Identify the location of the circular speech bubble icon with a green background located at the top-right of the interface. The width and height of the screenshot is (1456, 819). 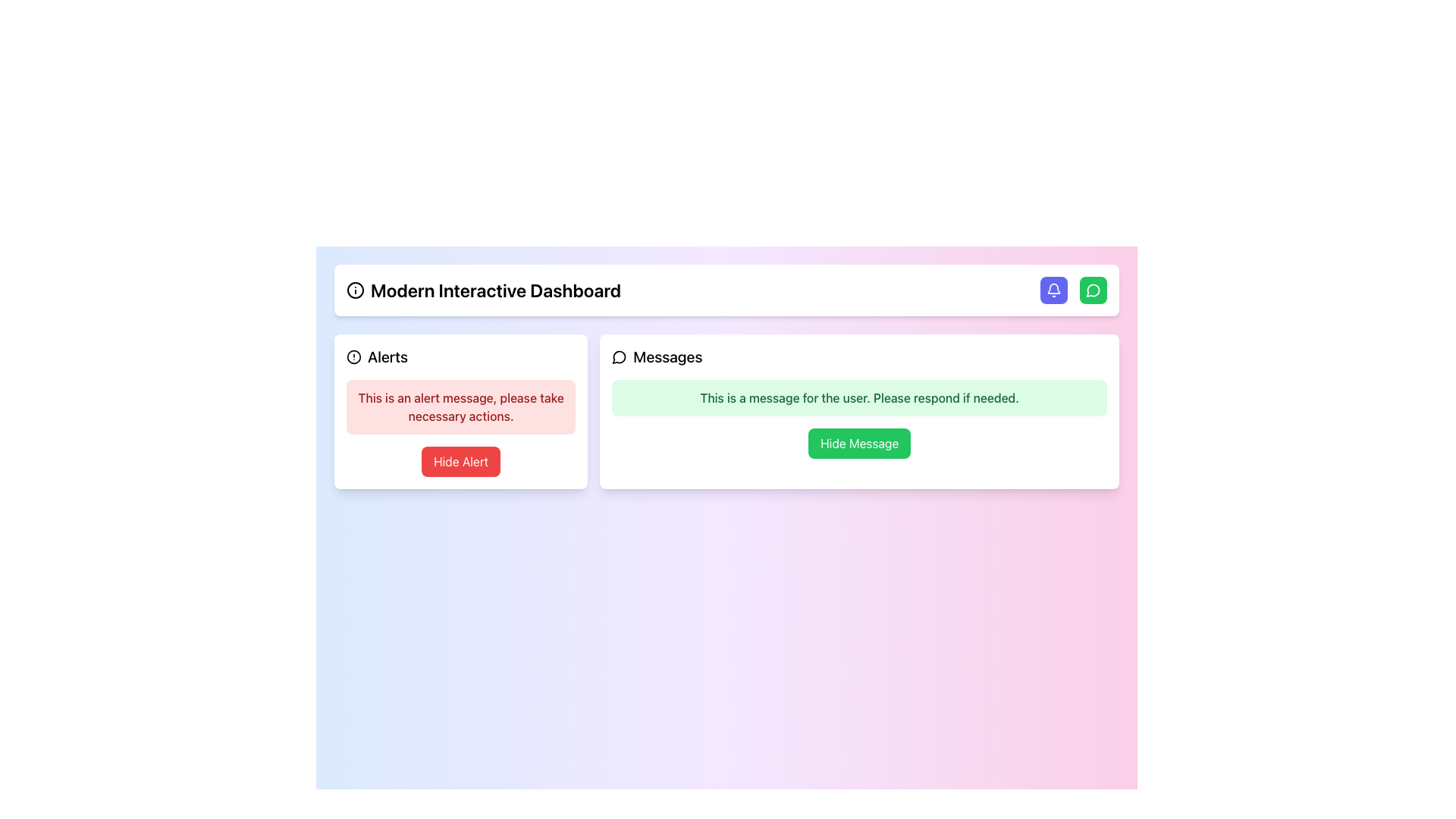
(1093, 290).